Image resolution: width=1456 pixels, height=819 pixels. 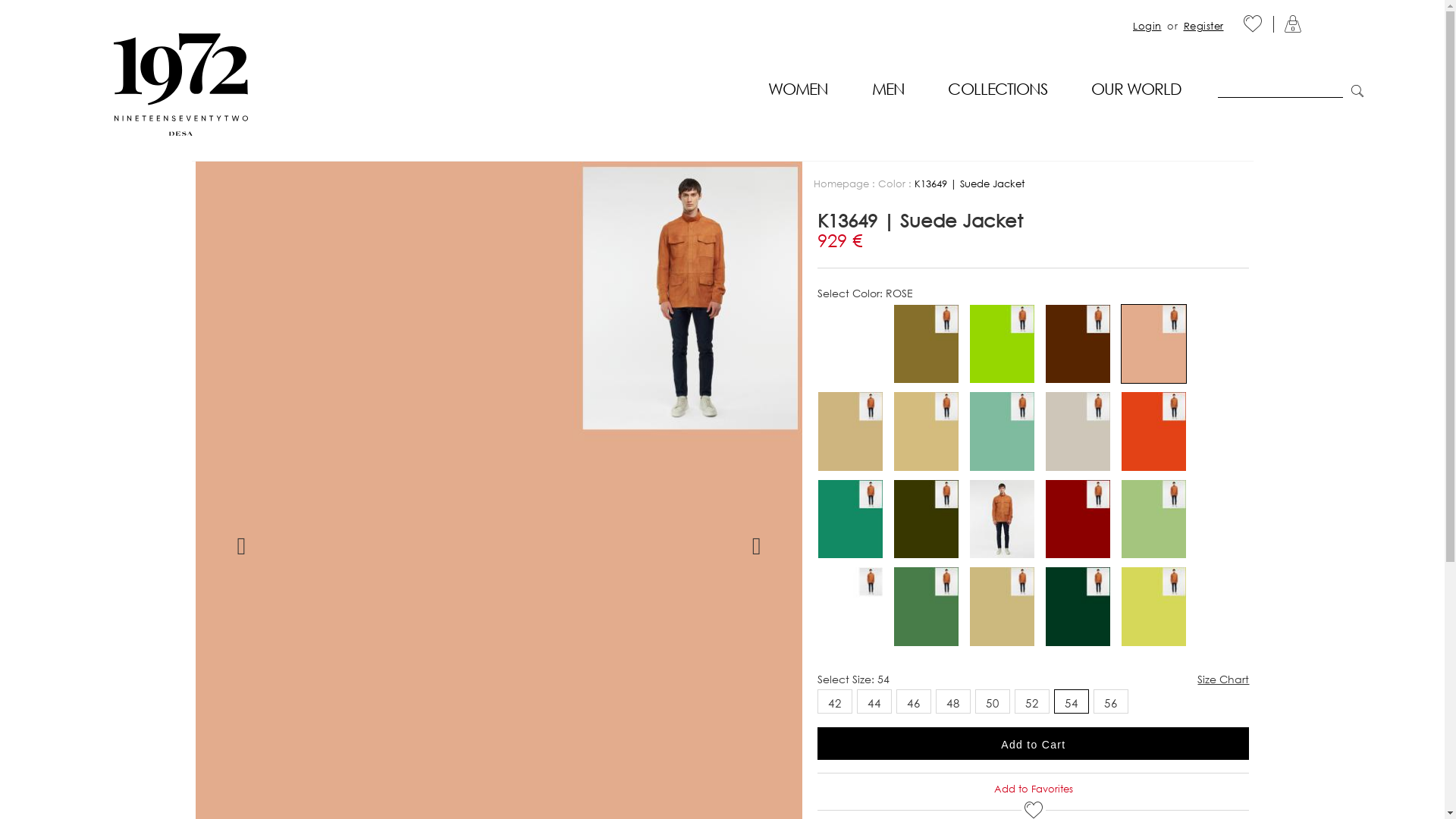 I want to click on 'WOMEN', so click(x=797, y=90).